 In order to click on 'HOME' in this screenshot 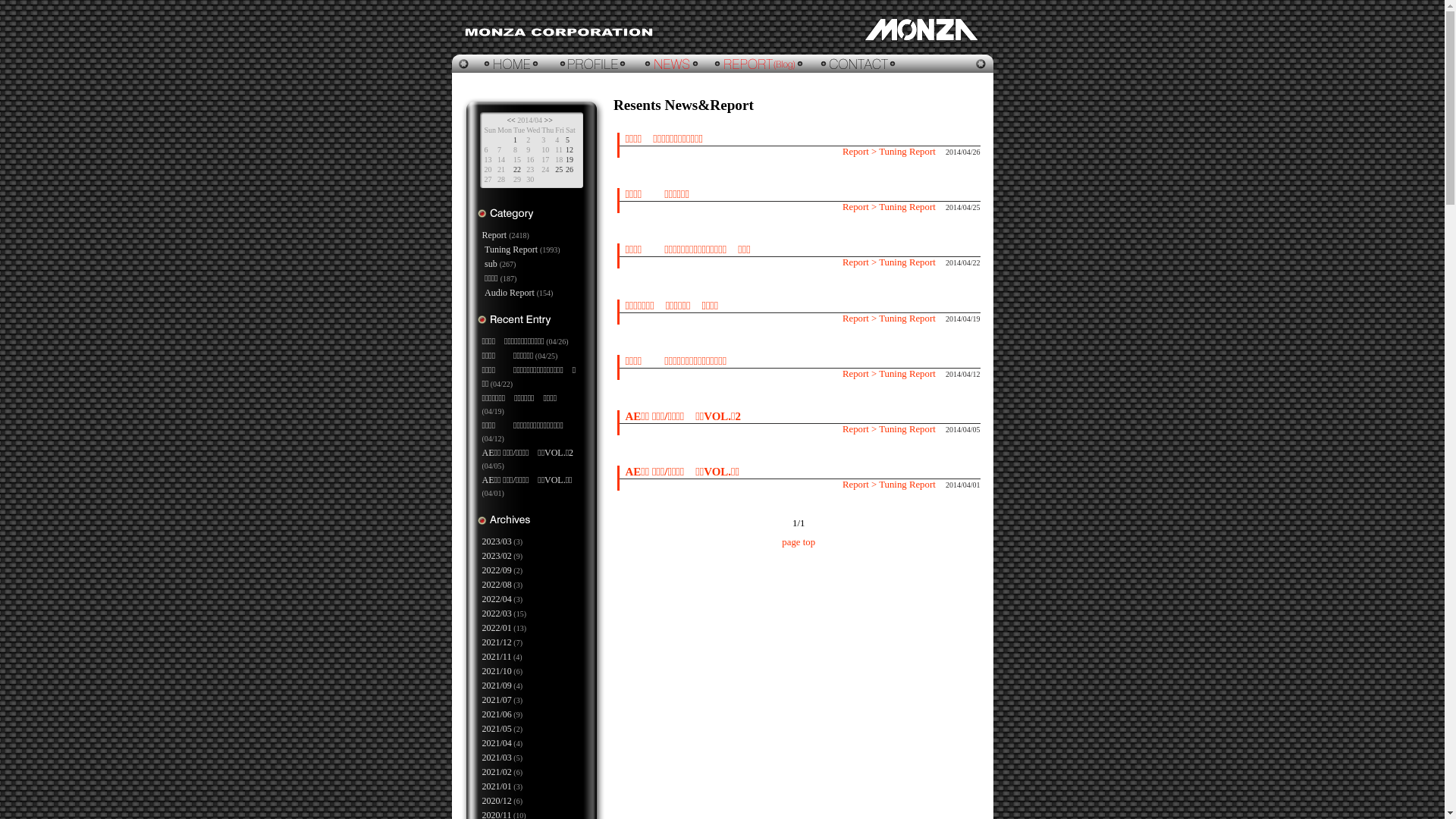, I will do `click(501, 63)`.